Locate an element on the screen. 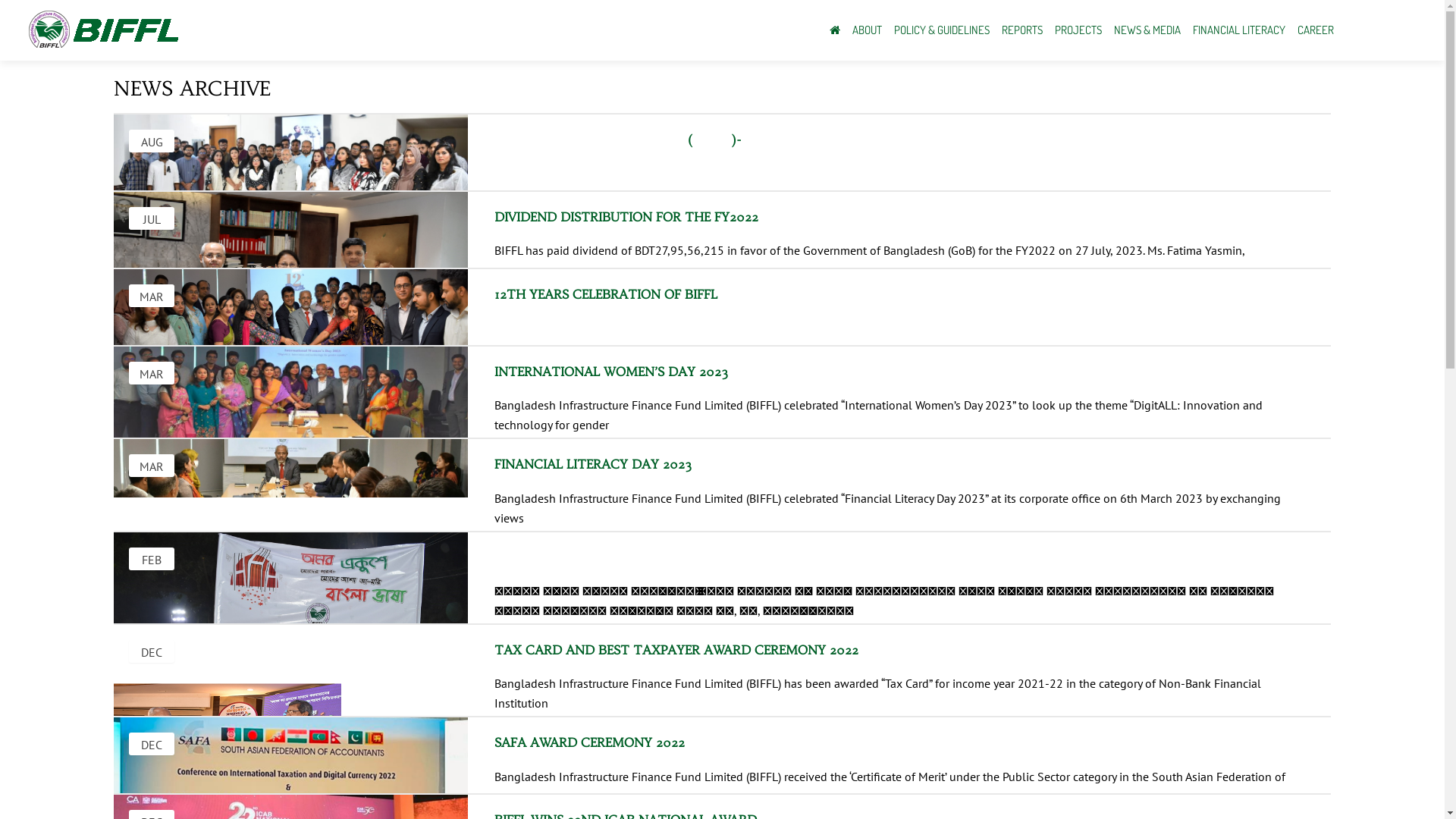 This screenshot has height=819, width=1456. 'NEWS & MEDIA' is located at coordinates (1147, 30).